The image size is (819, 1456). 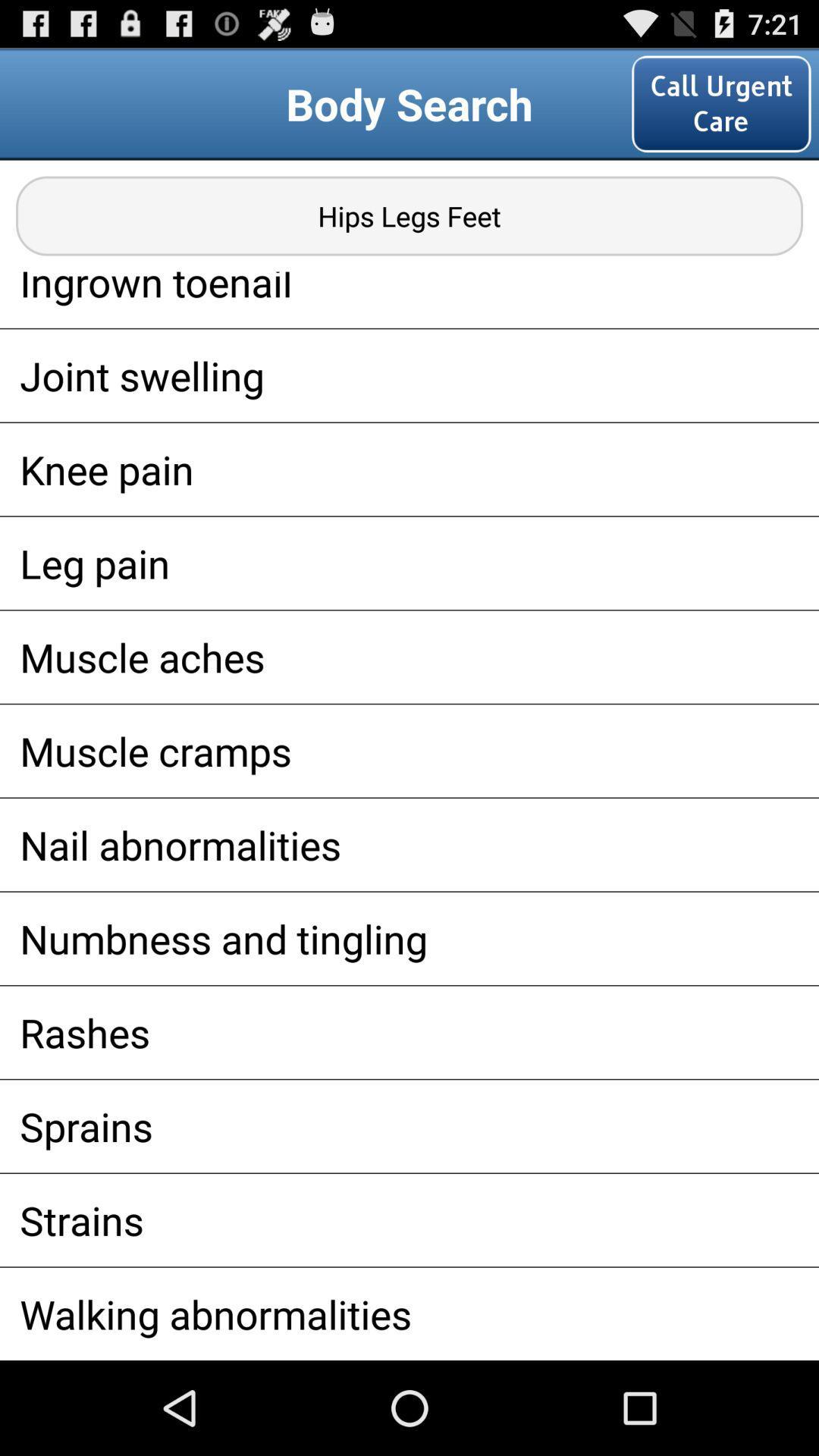 What do you see at coordinates (409, 657) in the screenshot?
I see `the item above muscle cramps` at bounding box center [409, 657].